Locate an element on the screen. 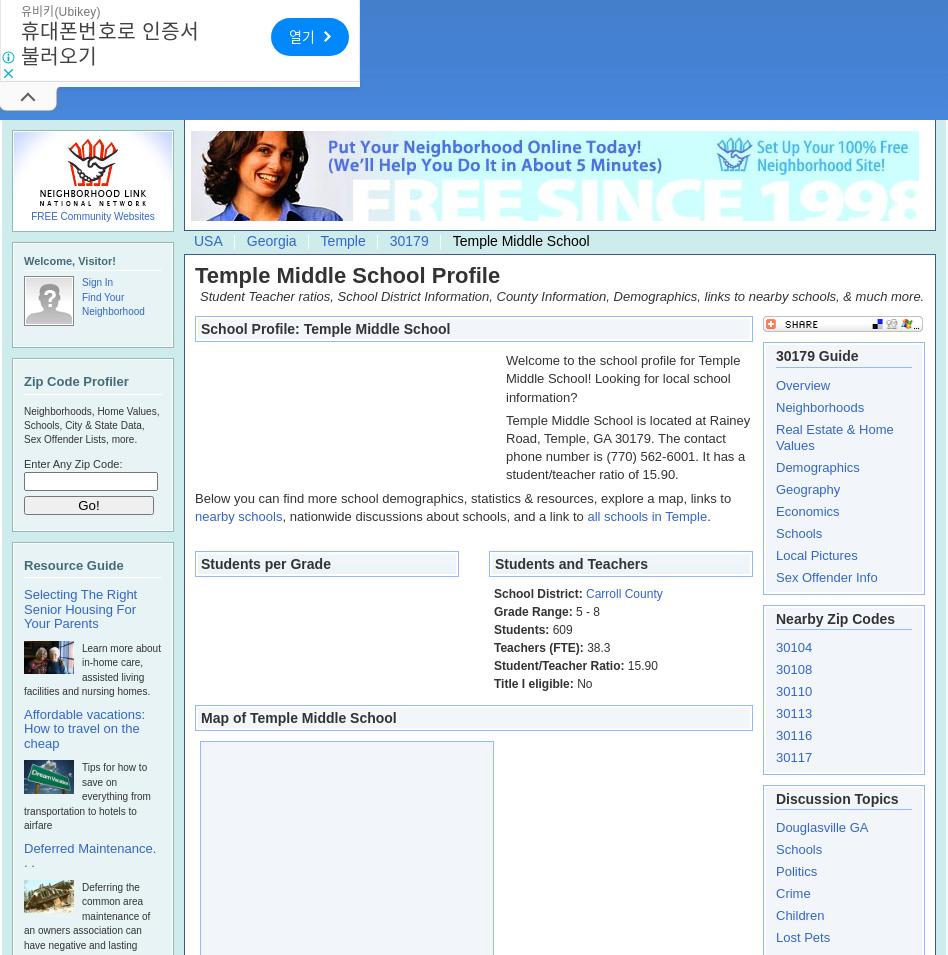  'Discussion Topics' is located at coordinates (835, 797).